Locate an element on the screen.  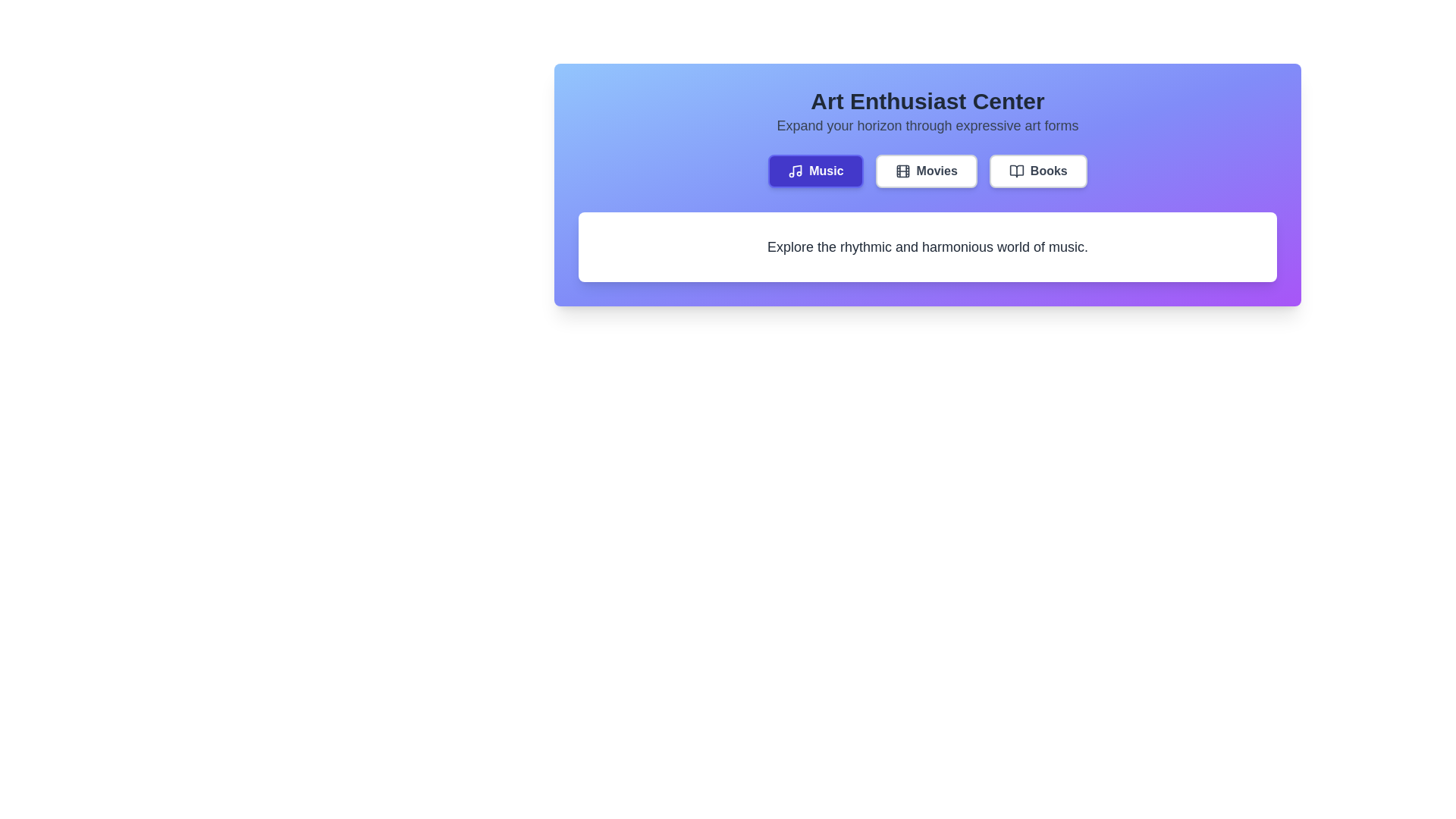
the tab labeled Music to select it is located at coordinates (814, 171).